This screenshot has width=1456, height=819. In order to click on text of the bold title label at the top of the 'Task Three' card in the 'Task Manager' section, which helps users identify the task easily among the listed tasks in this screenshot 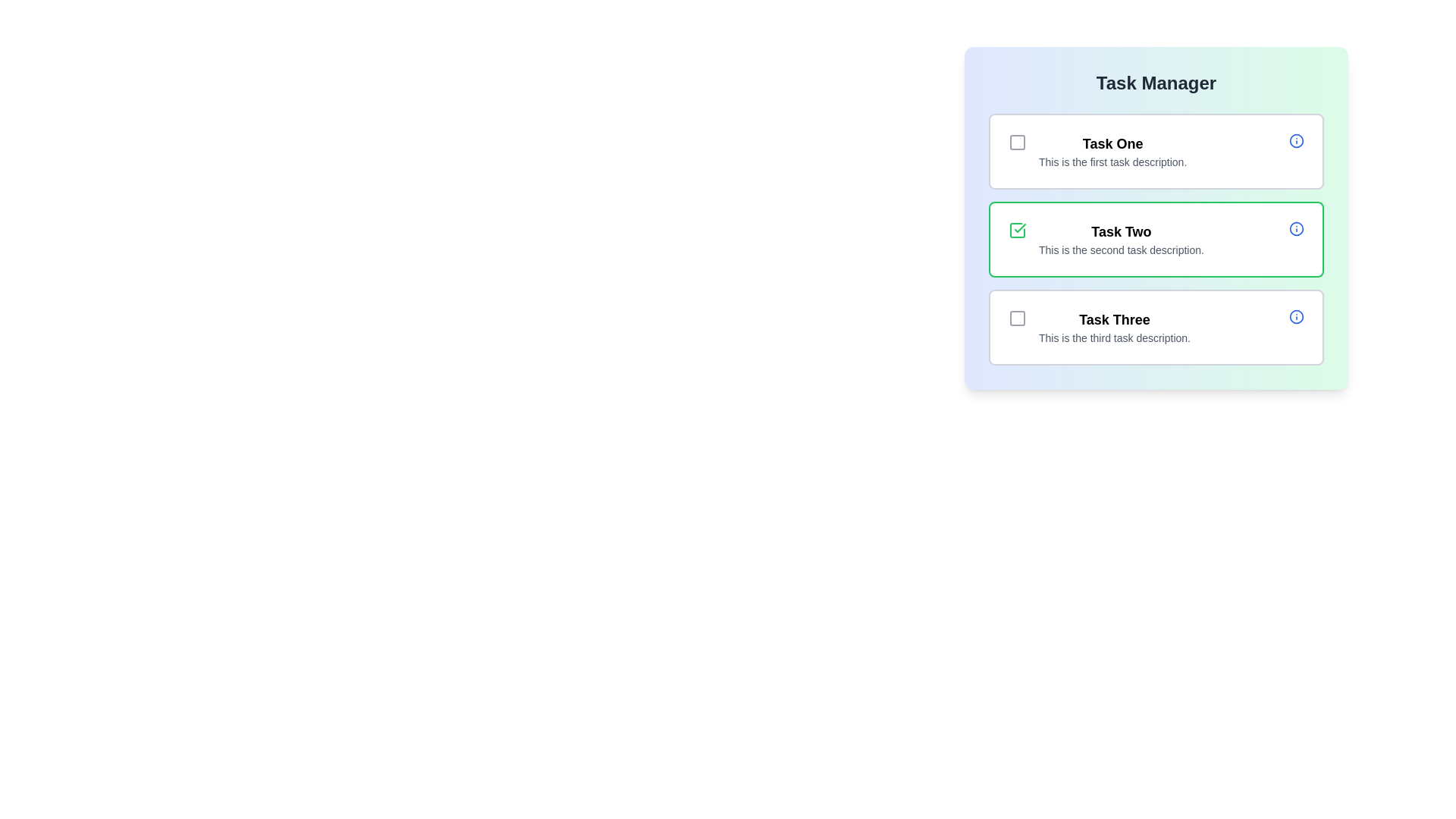, I will do `click(1114, 318)`.